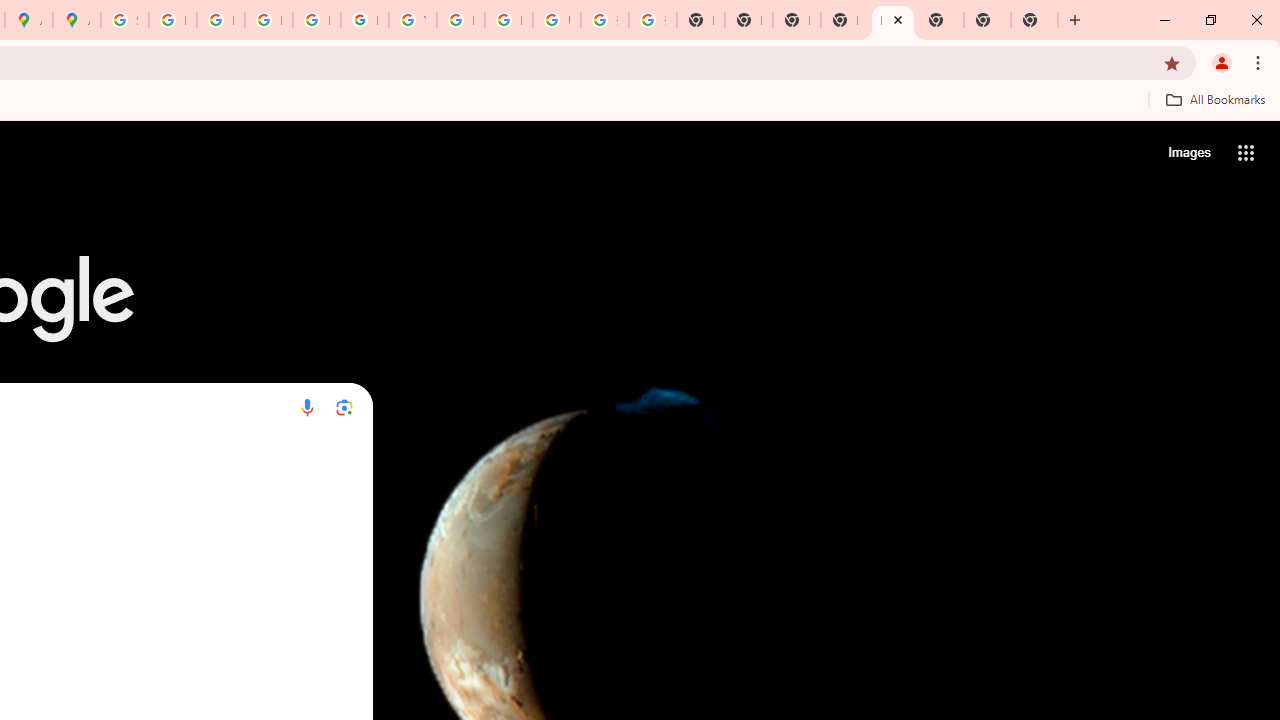 The width and height of the screenshot is (1280, 720). Describe the element at coordinates (1189, 152) in the screenshot. I see `'Search for Images '` at that location.